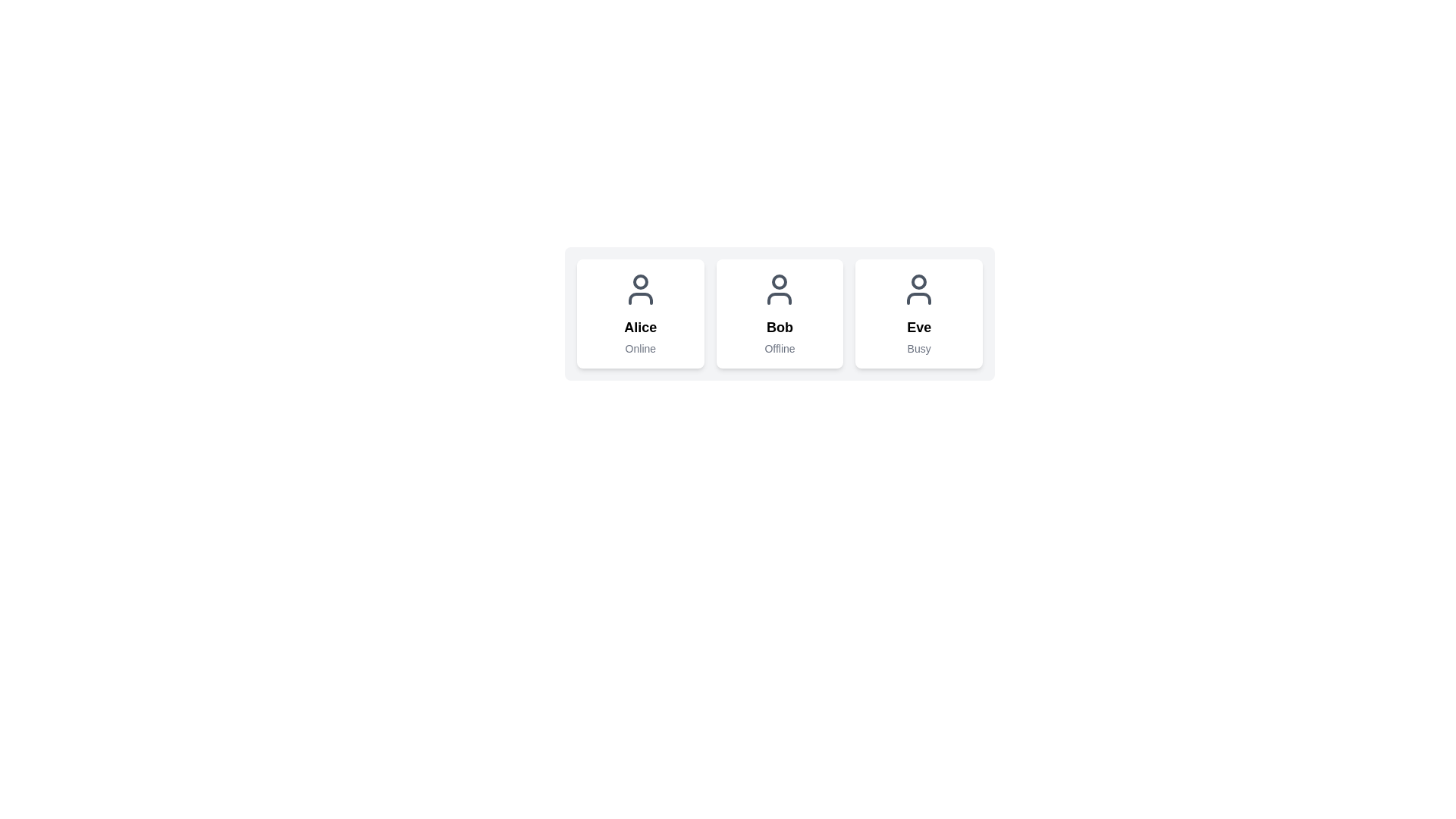  Describe the element at coordinates (640, 289) in the screenshot. I see `the user icon at the top center of the card labeled 'Alice' with the status 'Online', which is the first card in a horizontal list` at that location.